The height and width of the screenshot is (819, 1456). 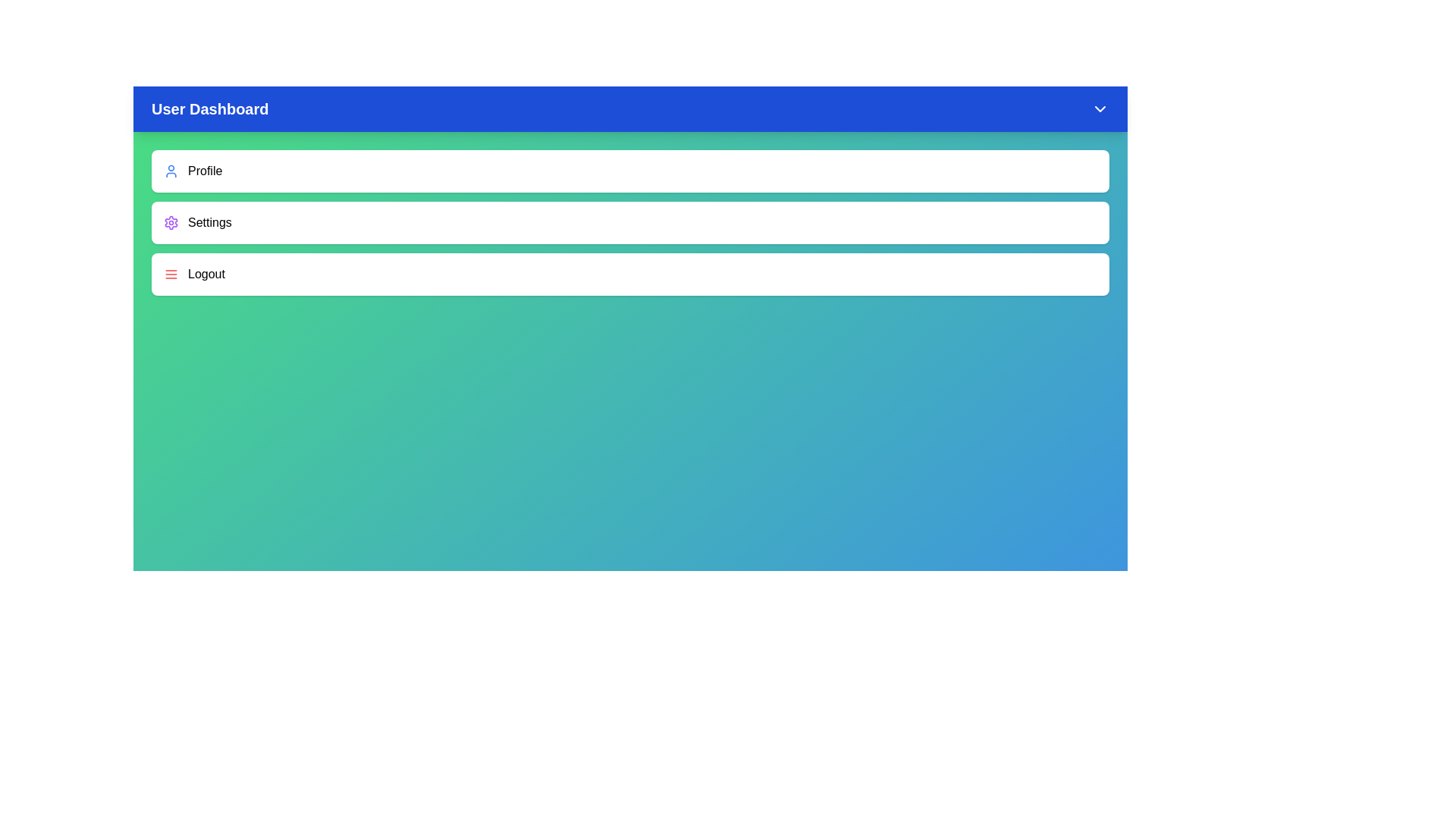 I want to click on the 'Profile' menu item, so click(x=630, y=171).